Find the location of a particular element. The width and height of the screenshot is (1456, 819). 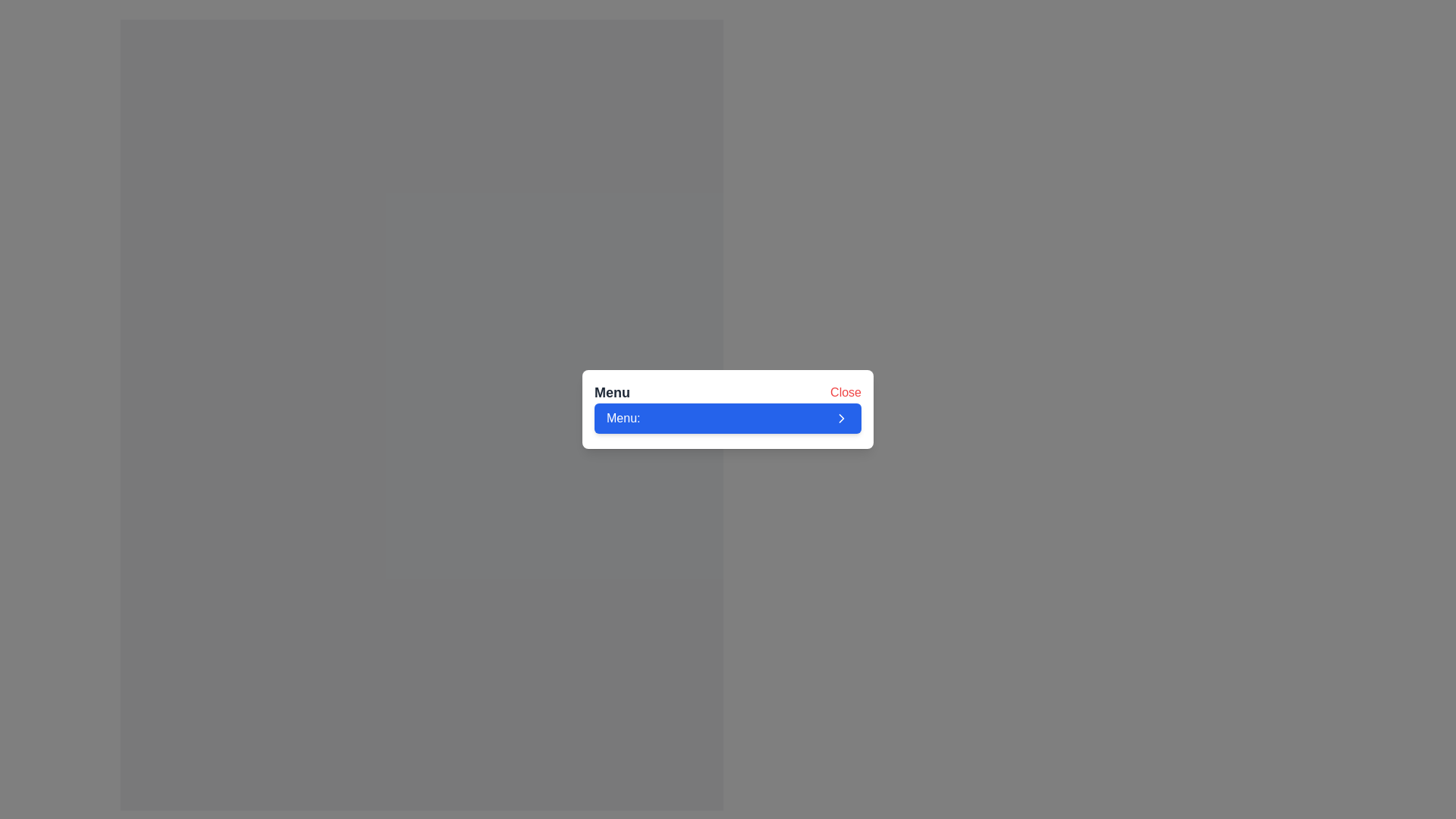

the rightward chevron icon is located at coordinates (840, 418).